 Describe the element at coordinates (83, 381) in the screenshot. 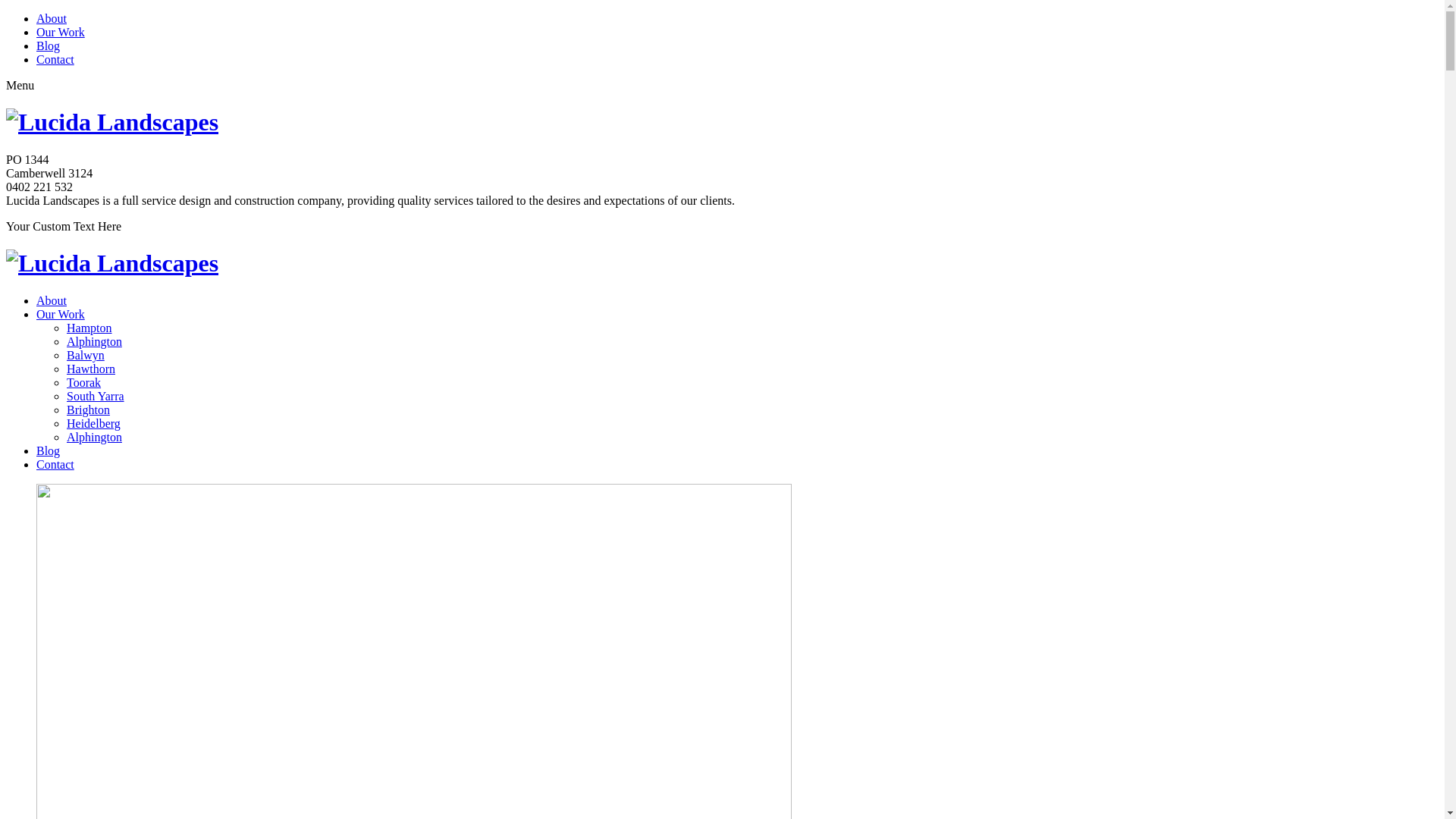

I see `'Toorak'` at that location.